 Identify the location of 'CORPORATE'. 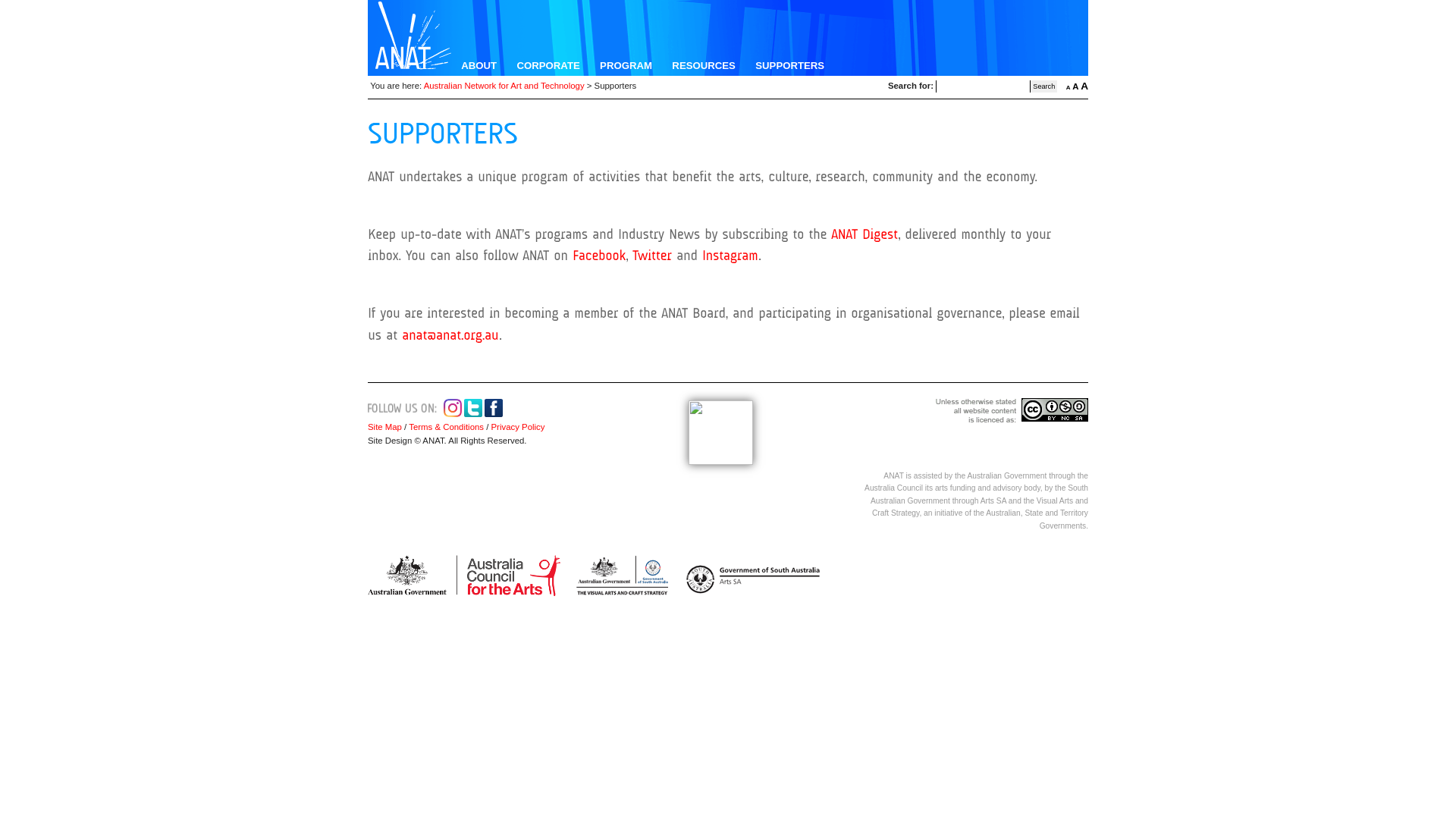
(548, 64).